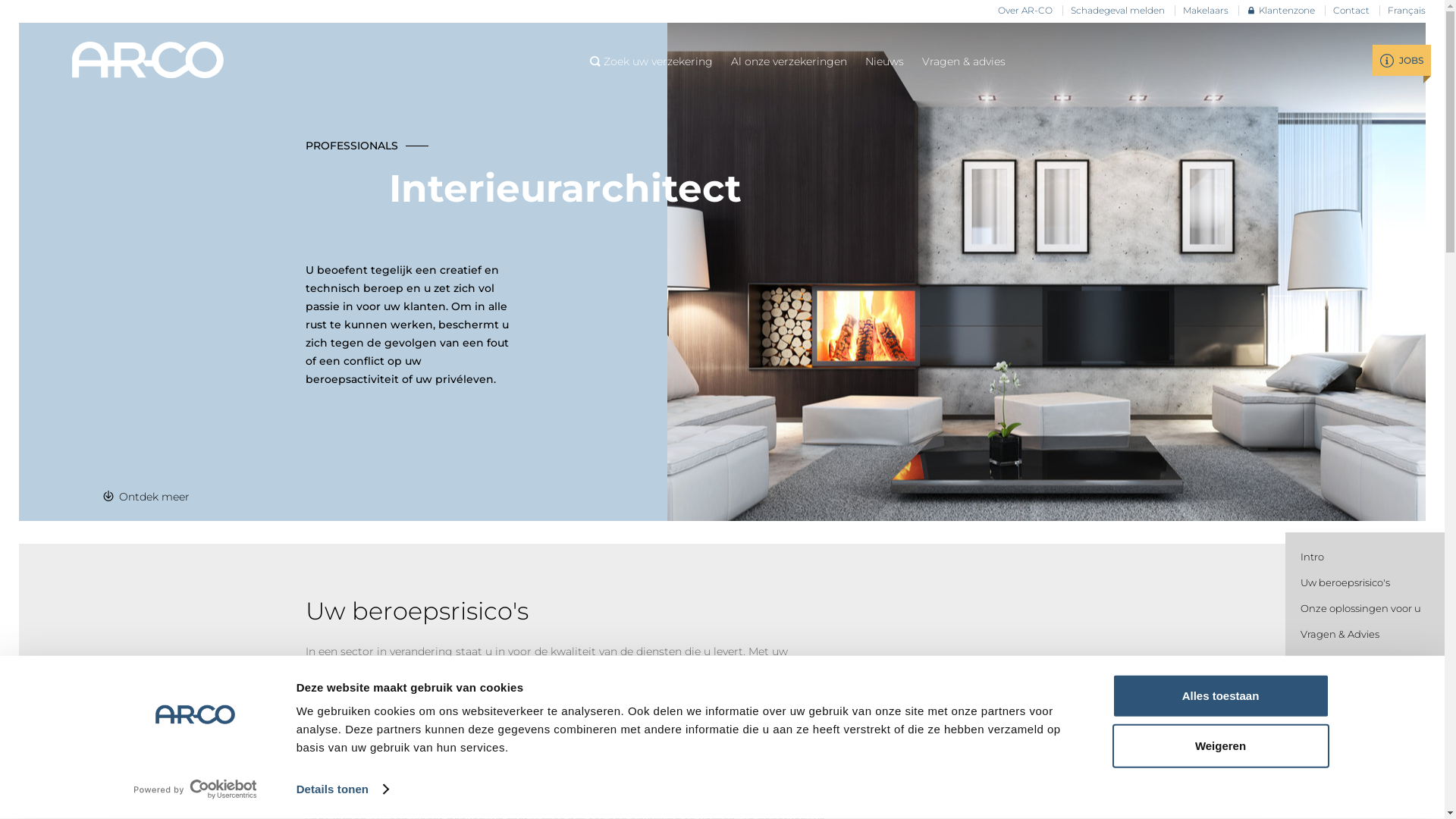  Describe the element at coordinates (884, 61) in the screenshot. I see `'Nieuws'` at that location.